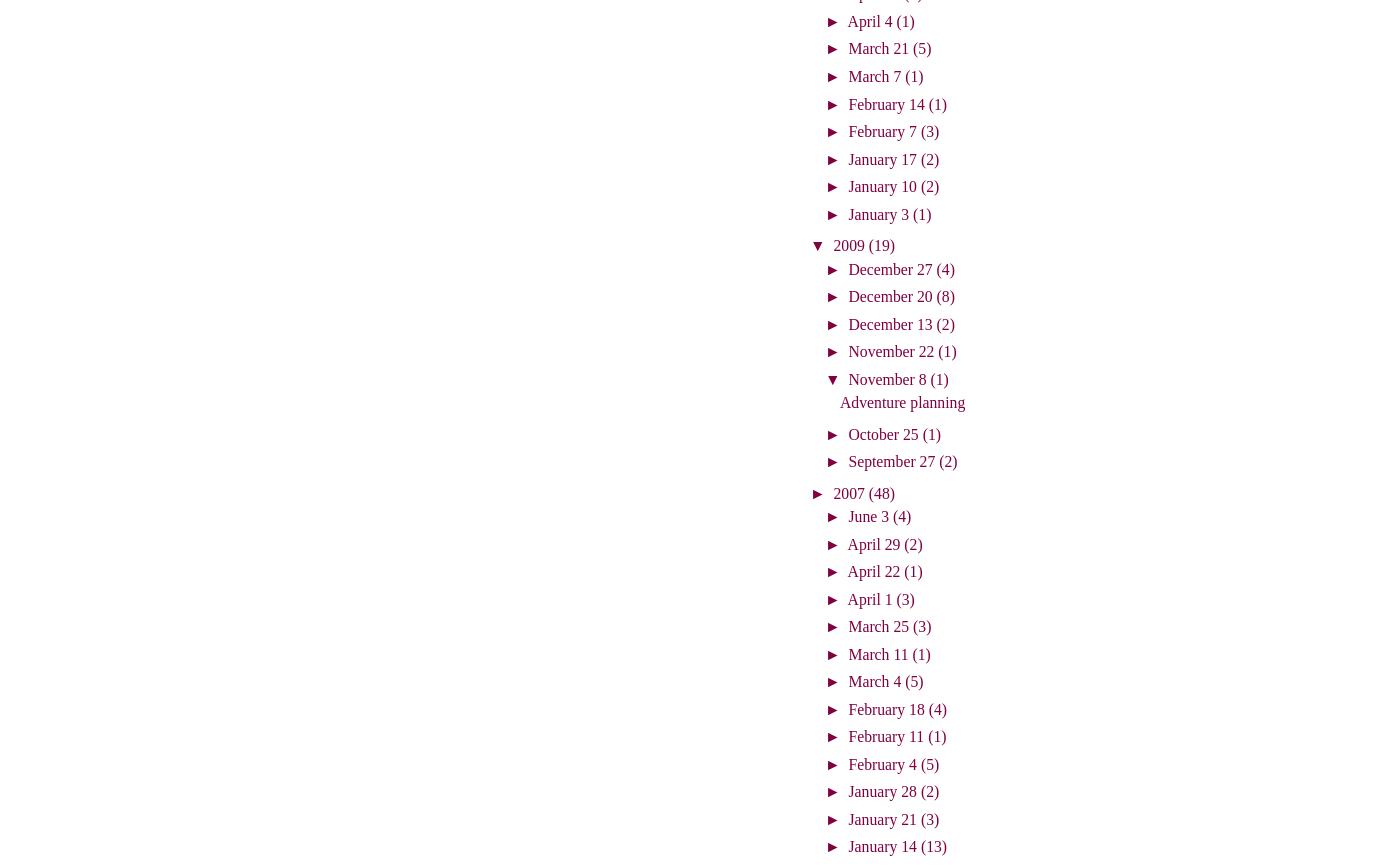  Describe the element at coordinates (881, 244) in the screenshot. I see `'(19)'` at that location.